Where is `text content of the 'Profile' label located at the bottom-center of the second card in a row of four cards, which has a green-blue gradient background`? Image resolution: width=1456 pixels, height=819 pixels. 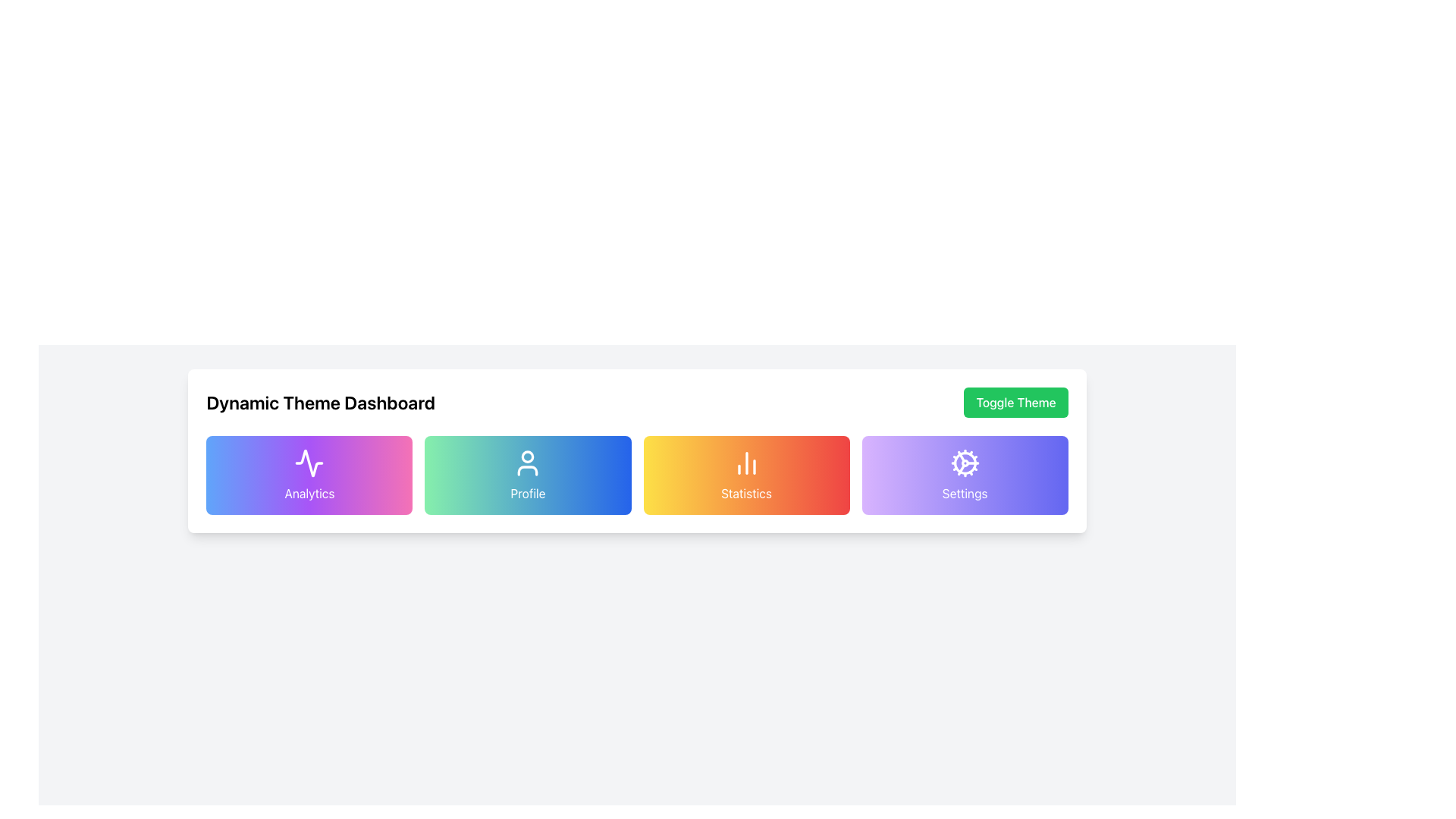 text content of the 'Profile' label located at the bottom-center of the second card in a row of four cards, which has a green-blue gradient background is located at coordinates (528, 494).